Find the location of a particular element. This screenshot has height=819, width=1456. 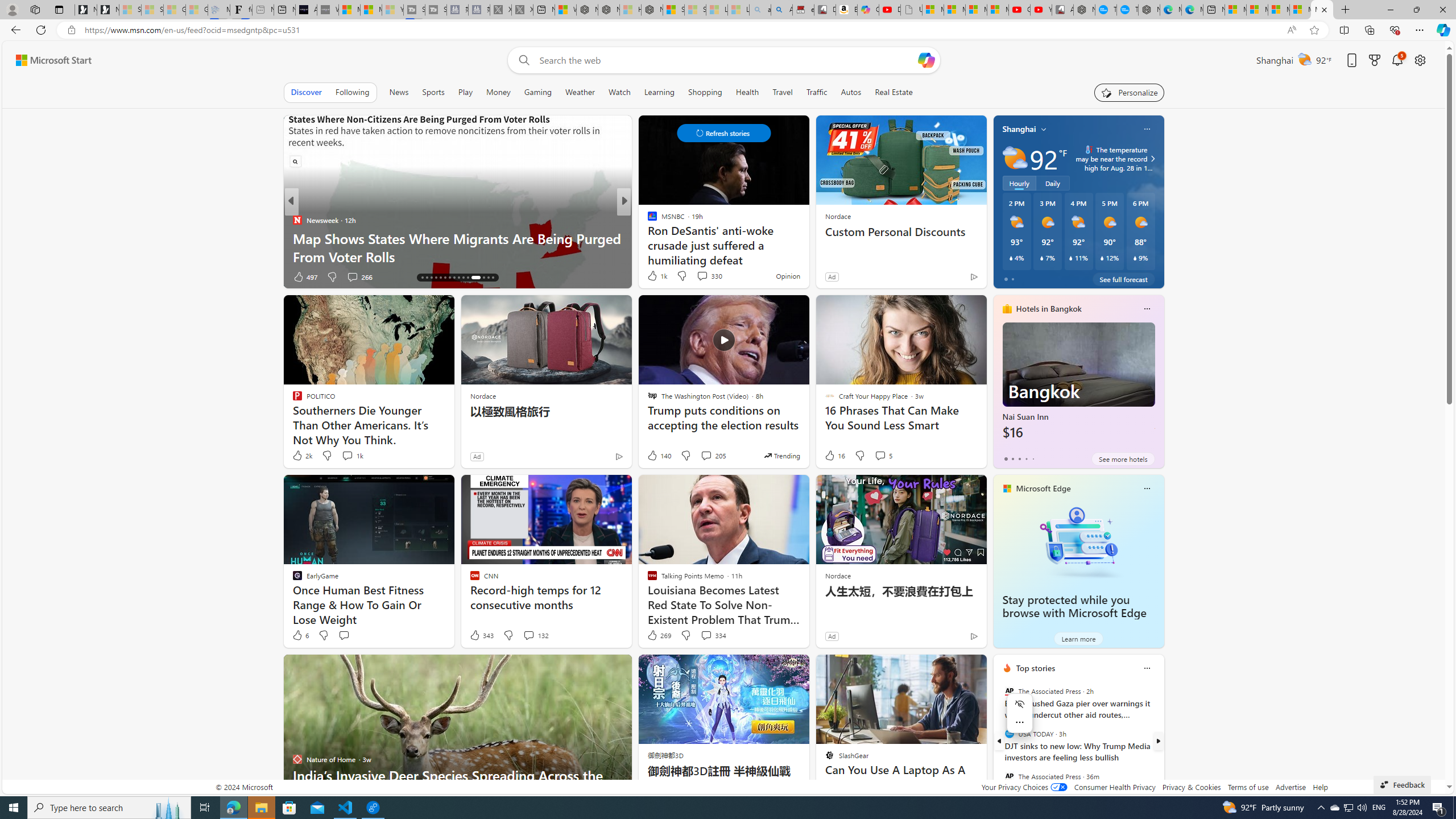

'View comments 334 Comment' is located at coordinates (713, 634).